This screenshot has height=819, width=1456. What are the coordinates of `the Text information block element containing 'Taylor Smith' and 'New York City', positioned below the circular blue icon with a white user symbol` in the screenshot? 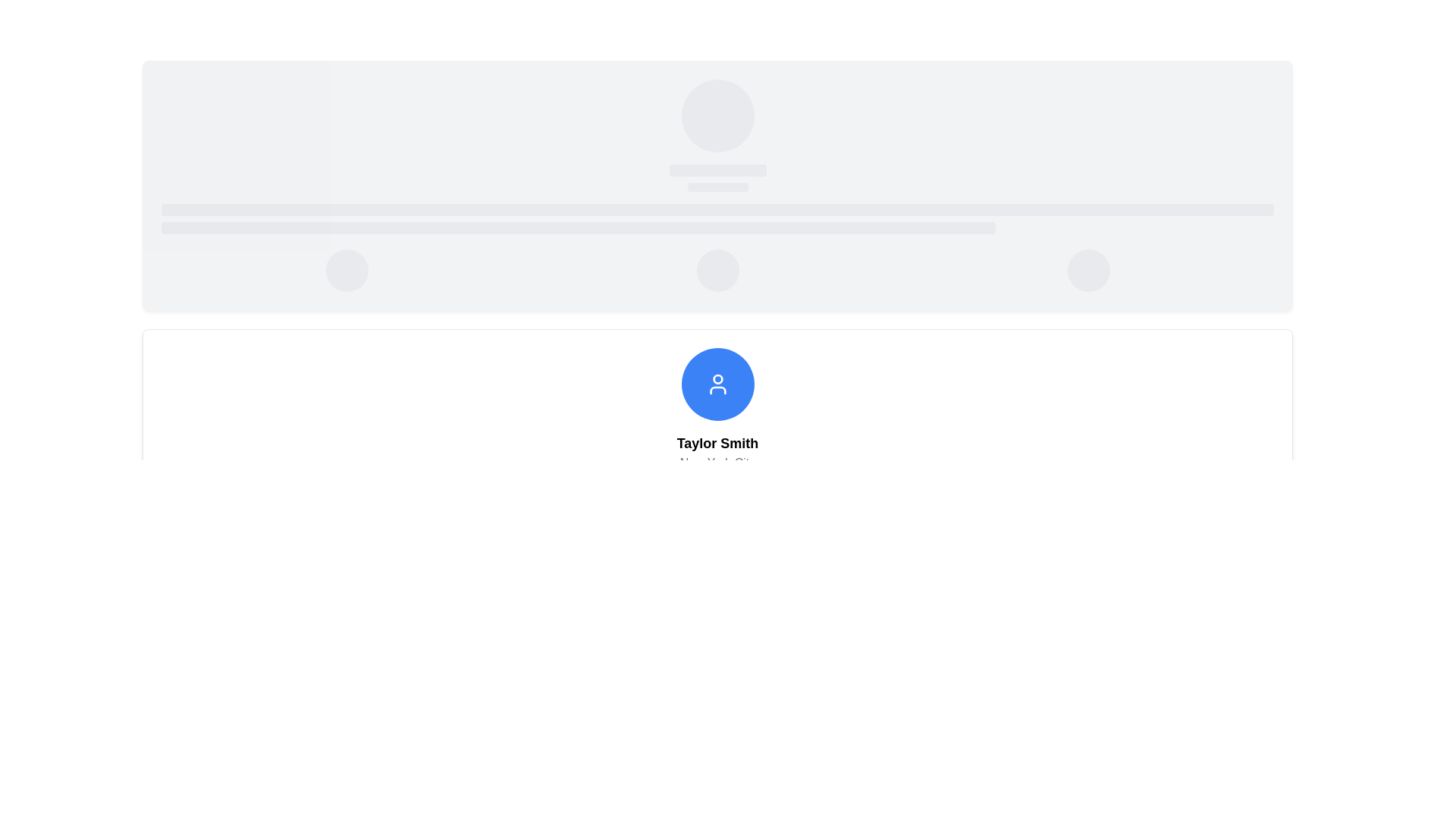 It's located at (717, 452).